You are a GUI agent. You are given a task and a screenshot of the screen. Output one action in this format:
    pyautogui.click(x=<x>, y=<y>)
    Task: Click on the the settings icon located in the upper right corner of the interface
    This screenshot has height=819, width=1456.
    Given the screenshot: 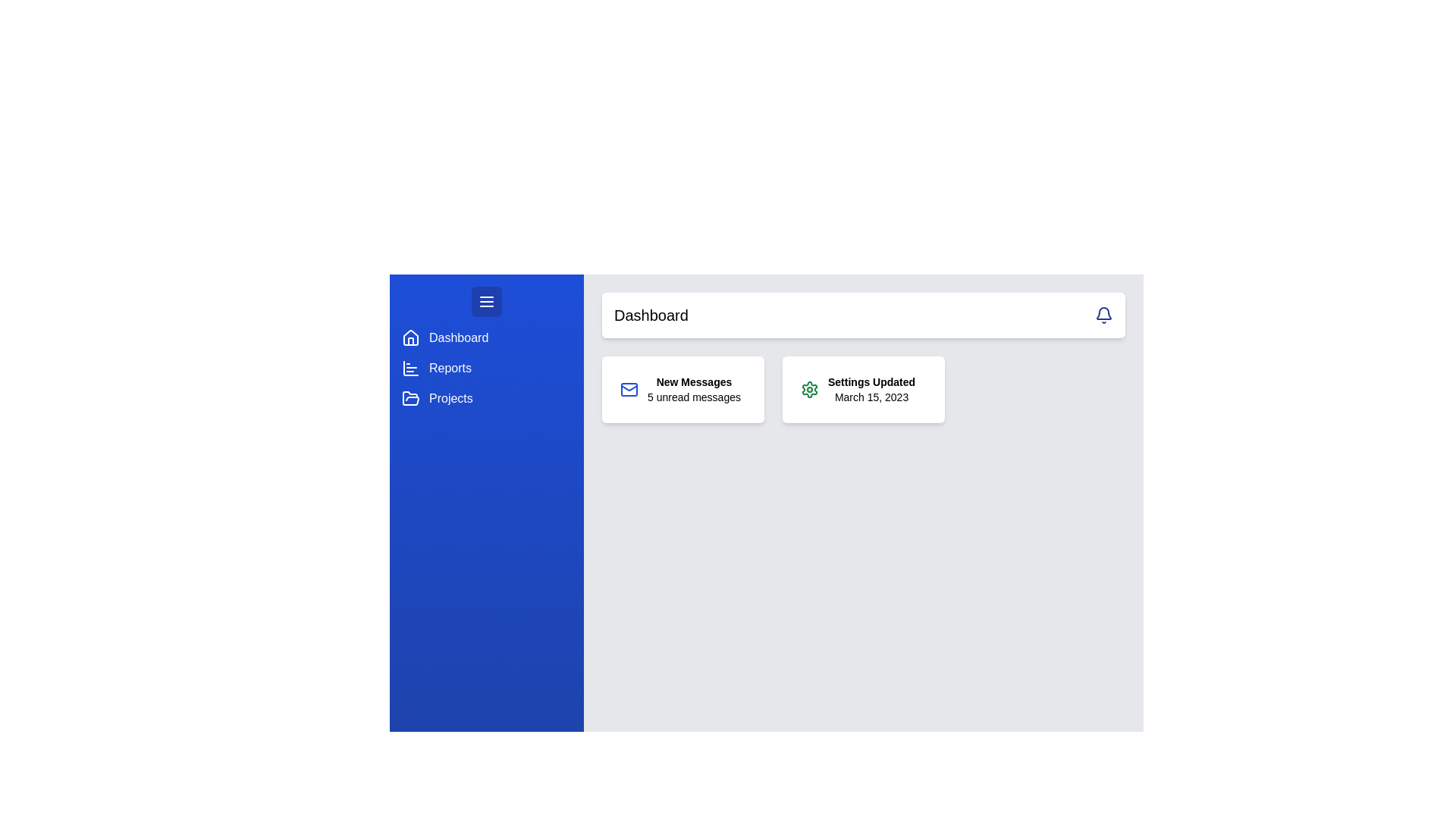 What is the action you would take?
    pyautogui.click(x=809, y=388)
    